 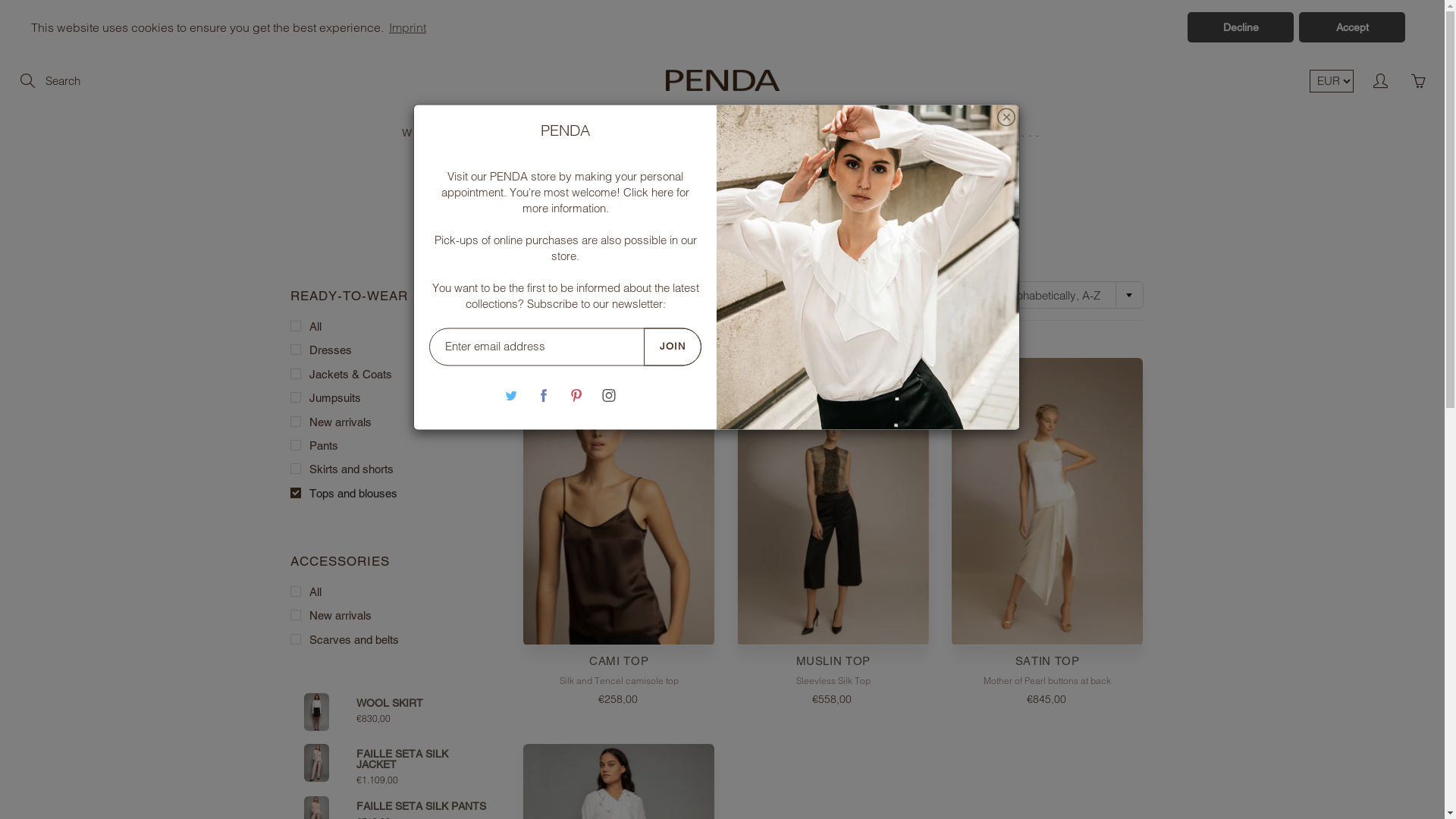 What do you see at coordinates (290, 397) in the screenshot?
I see `'Jumpsuits'` at bounding box center [290, 397].